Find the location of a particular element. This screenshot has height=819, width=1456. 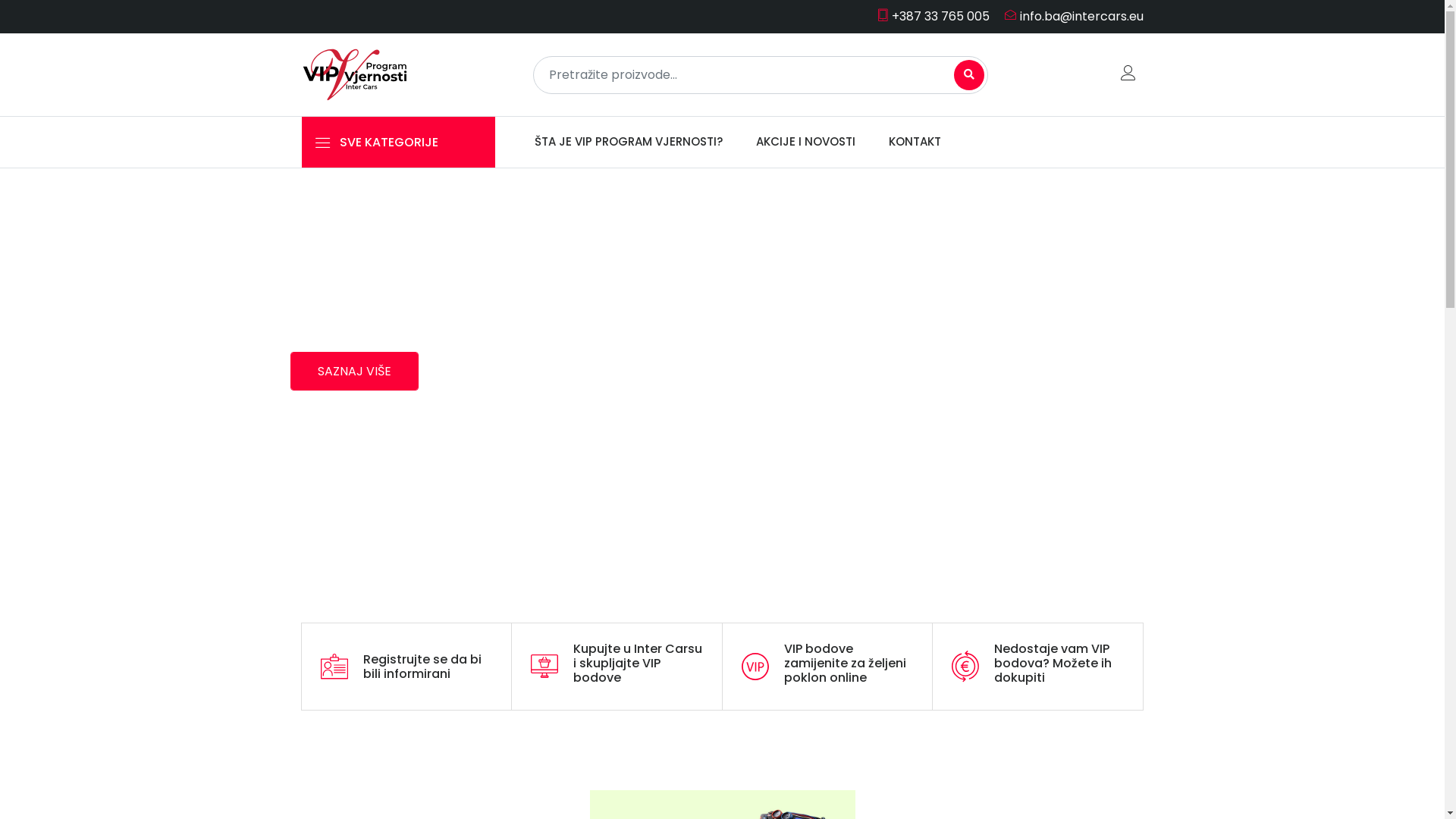

'info.ba@intercars.eu' is located at coordinates (1066, 16).